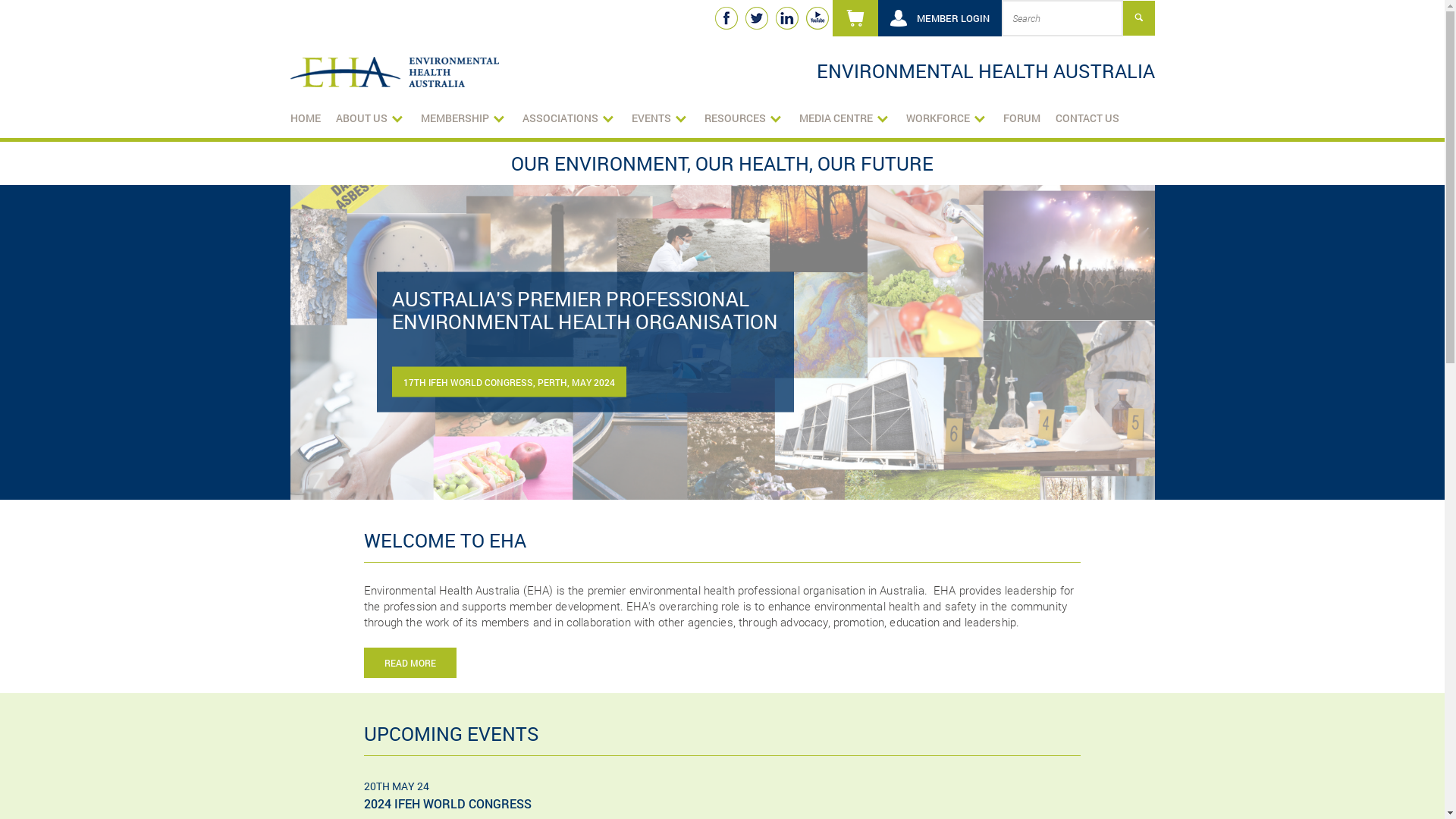 Image resolution: width=1456 pixels, height=819 pixels. What do you see at coordinates (724, 17) in the screenshot?
I see `'Facebook'` at bounding box center [724, 17].